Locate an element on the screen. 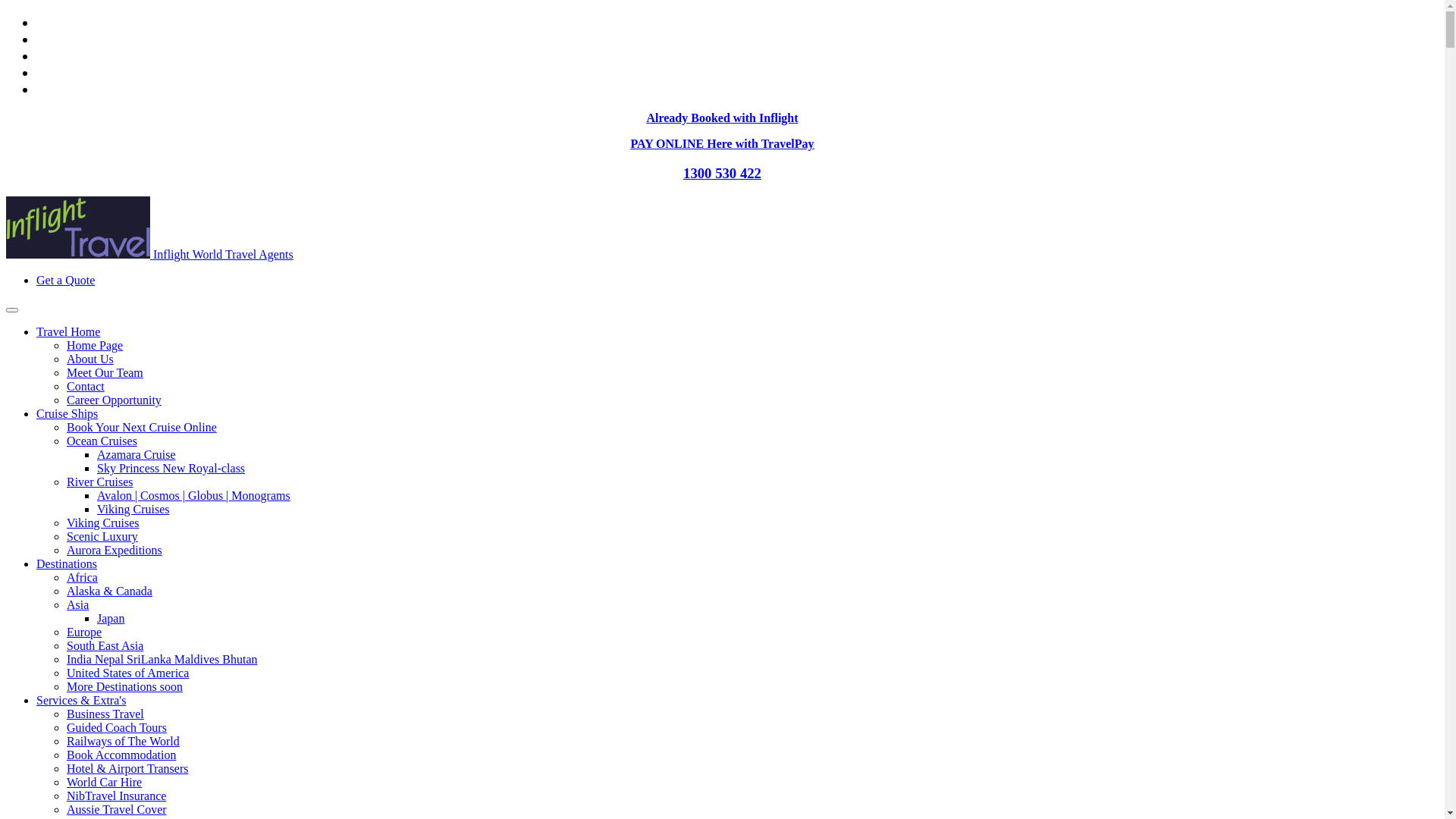  'Guided Coach Tours' is located at coordinates (115, 726).